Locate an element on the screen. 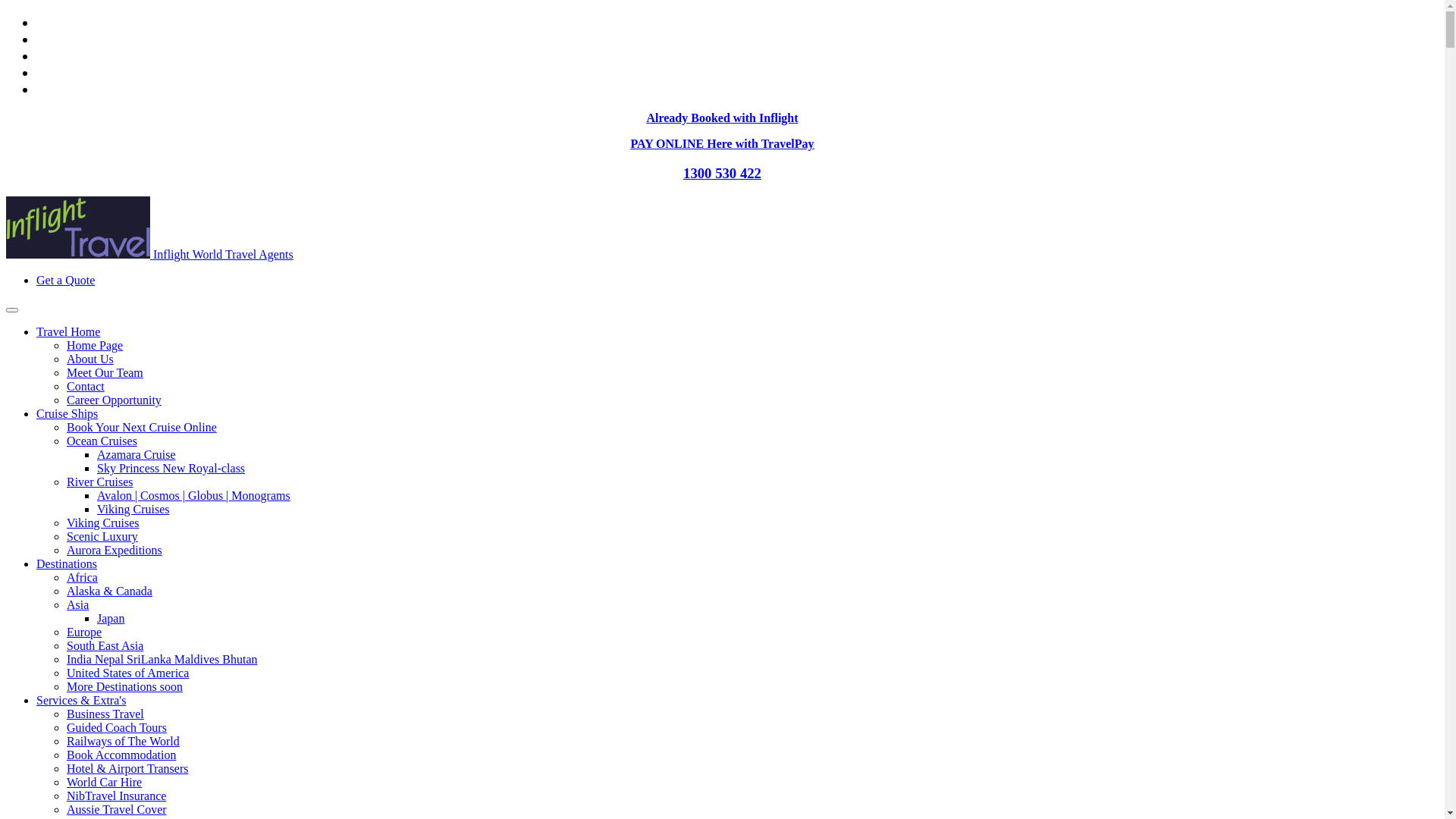  'Guided Coach Tours' is located at coordinates (115, 726).